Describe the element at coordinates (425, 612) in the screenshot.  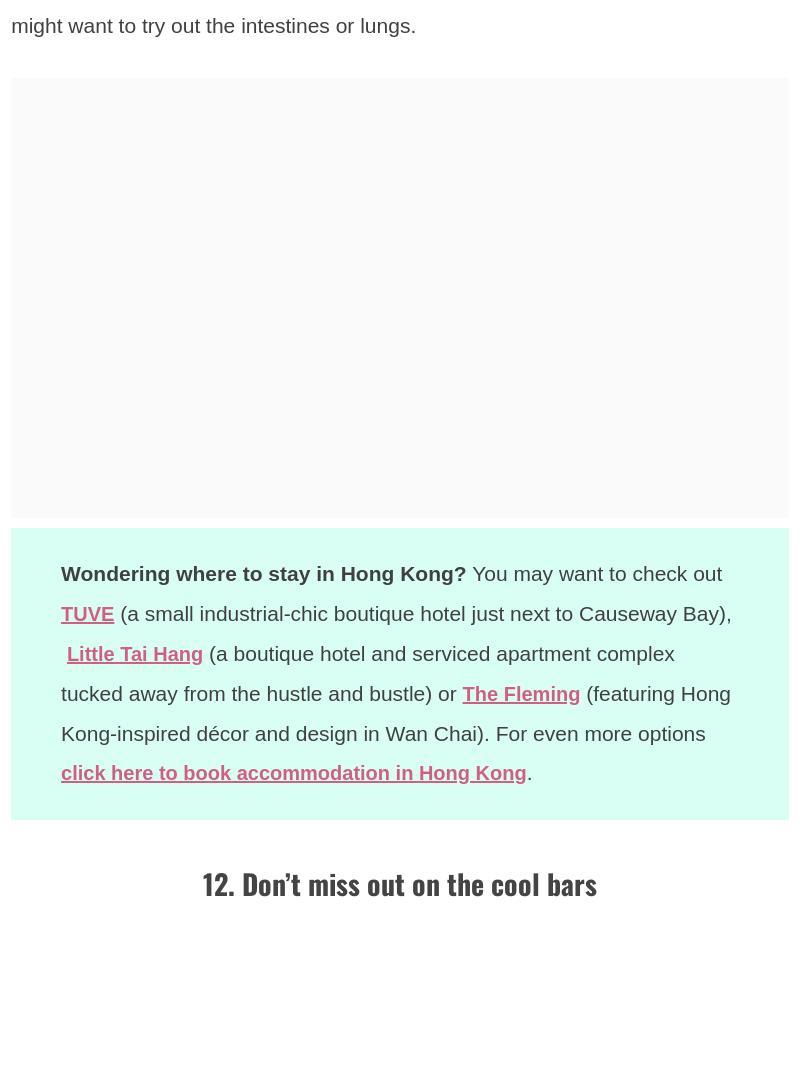
I see `'(a small industrial-chic boutique hotel just next to Causeway Bay),'` at that location.